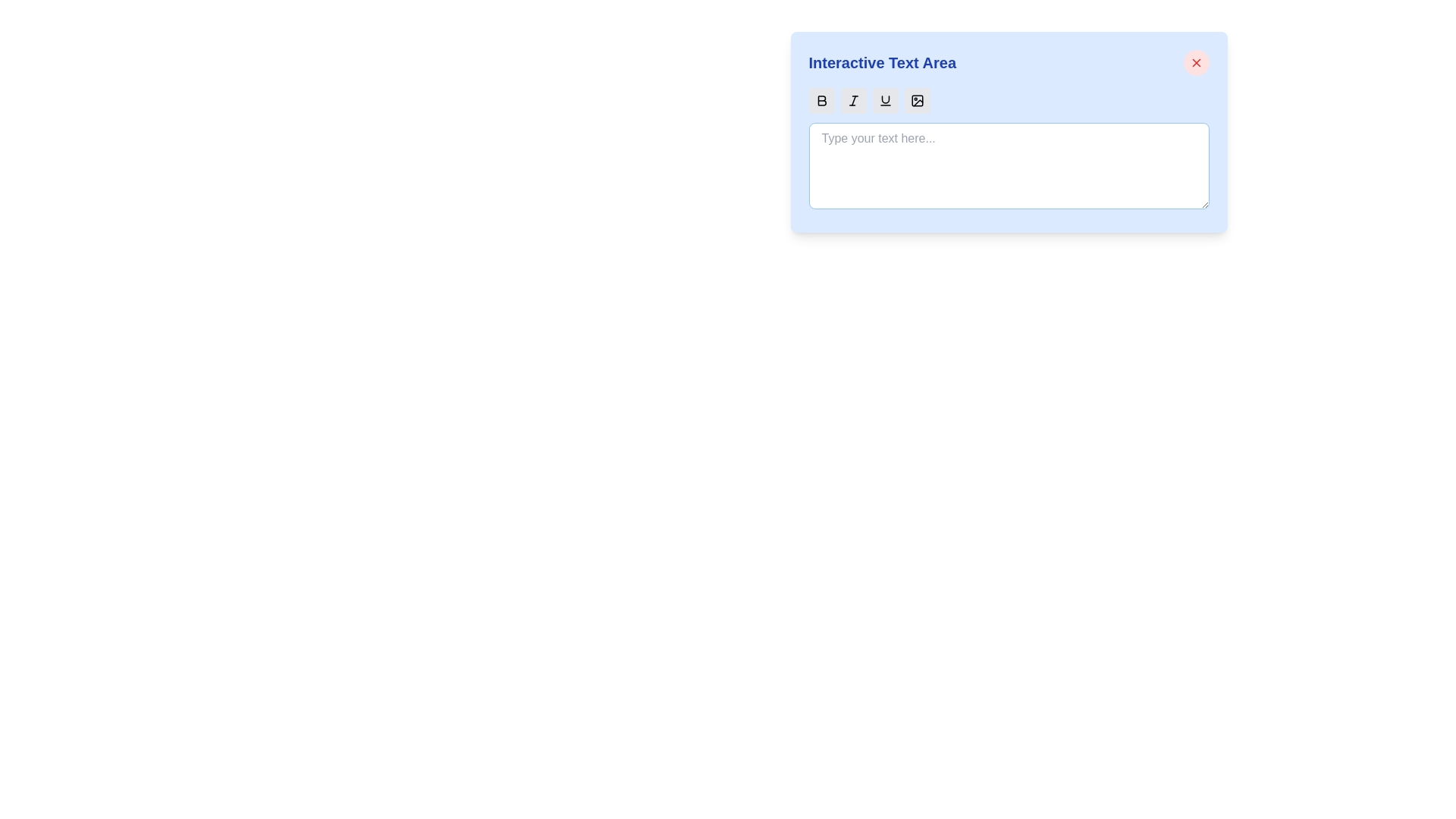 The height and width of the screenshot is (819, 1456). What do you see at coordinates (853, 100) in the screenshot?
I see `the second icon from the left in the toolbar below the 'Interactive Text Area' title` at bounding box center [853, 100].